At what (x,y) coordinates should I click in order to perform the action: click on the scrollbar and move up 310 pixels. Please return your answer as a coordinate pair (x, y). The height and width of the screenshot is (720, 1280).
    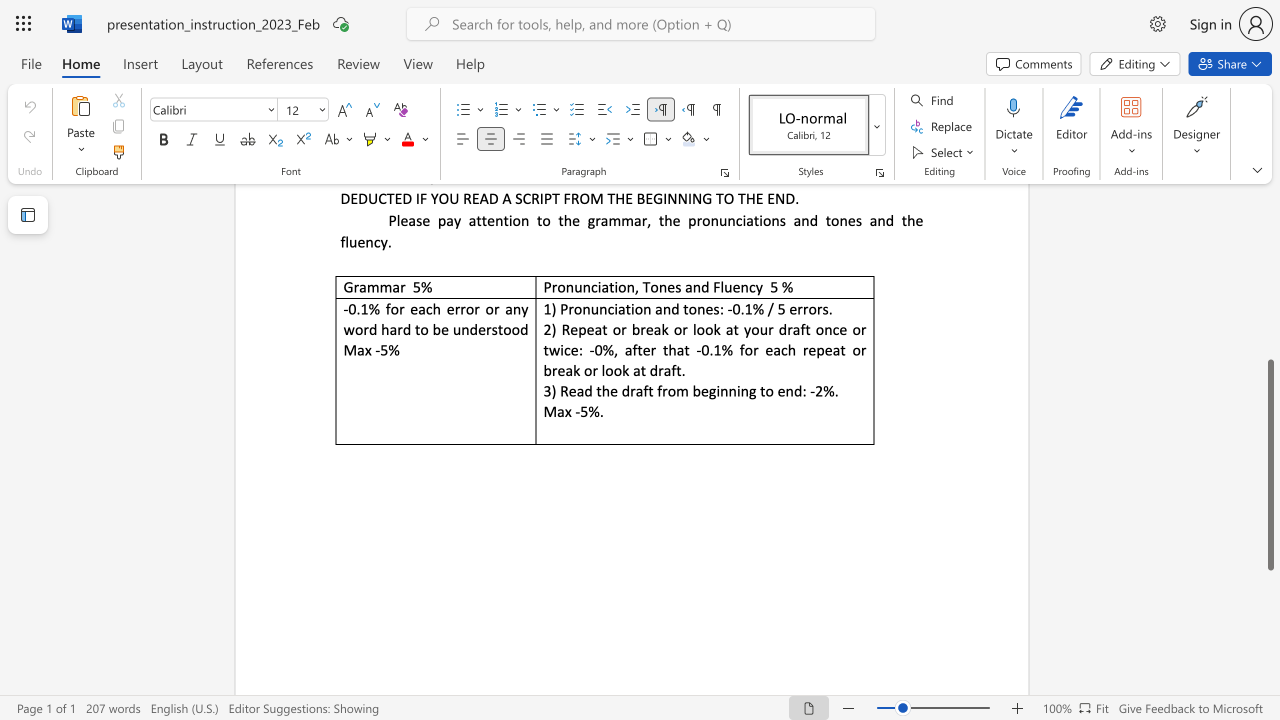
    Looking at the image, I should click on (1269, 465).